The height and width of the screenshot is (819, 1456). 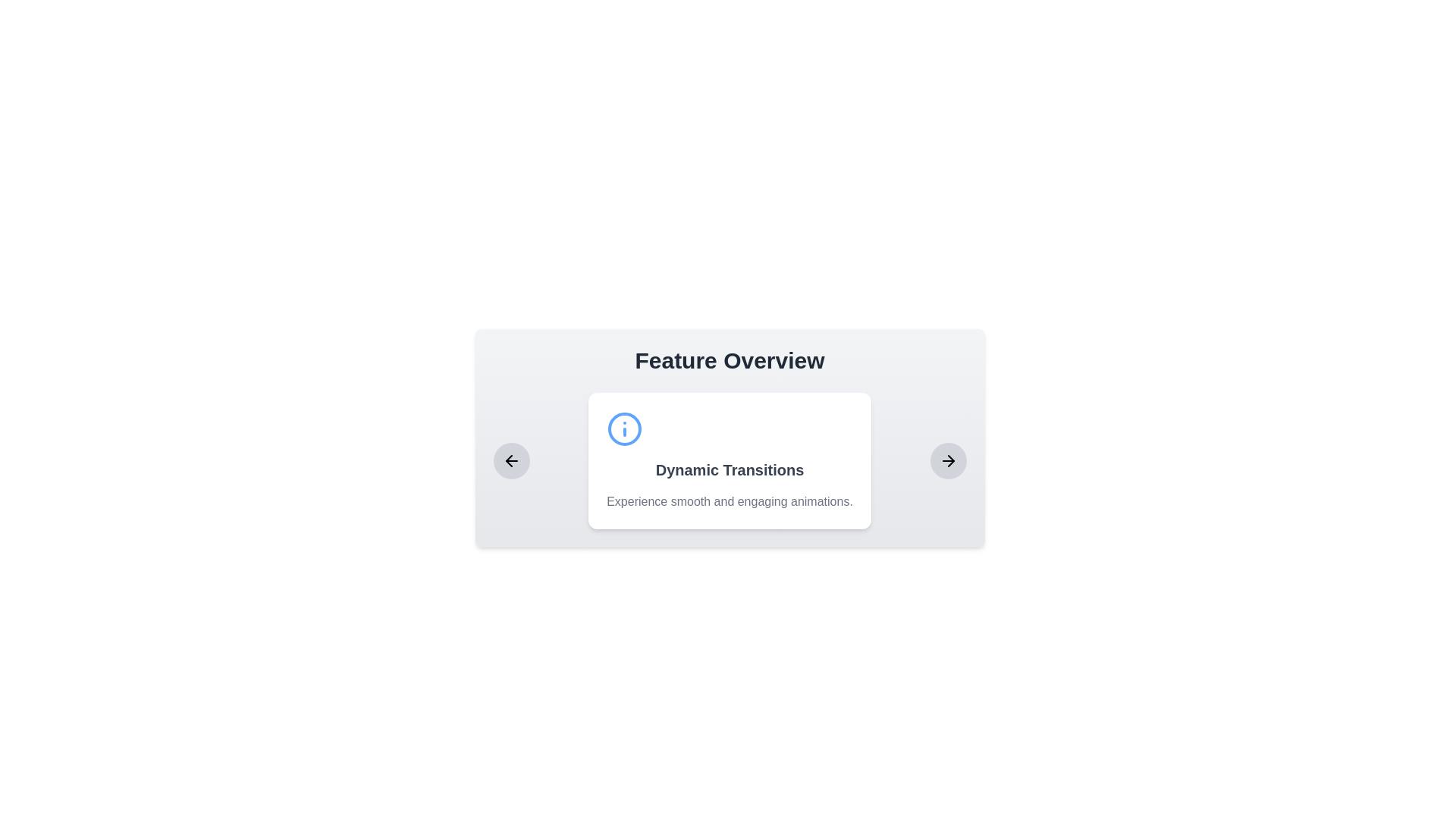 What do you see at coordinates (509, 460) in the screenshot?
I see `the backward navigation icon located within the left-hand navigation area of the 'Feature Overview' card-like structure` at bounding box center [509, 460].